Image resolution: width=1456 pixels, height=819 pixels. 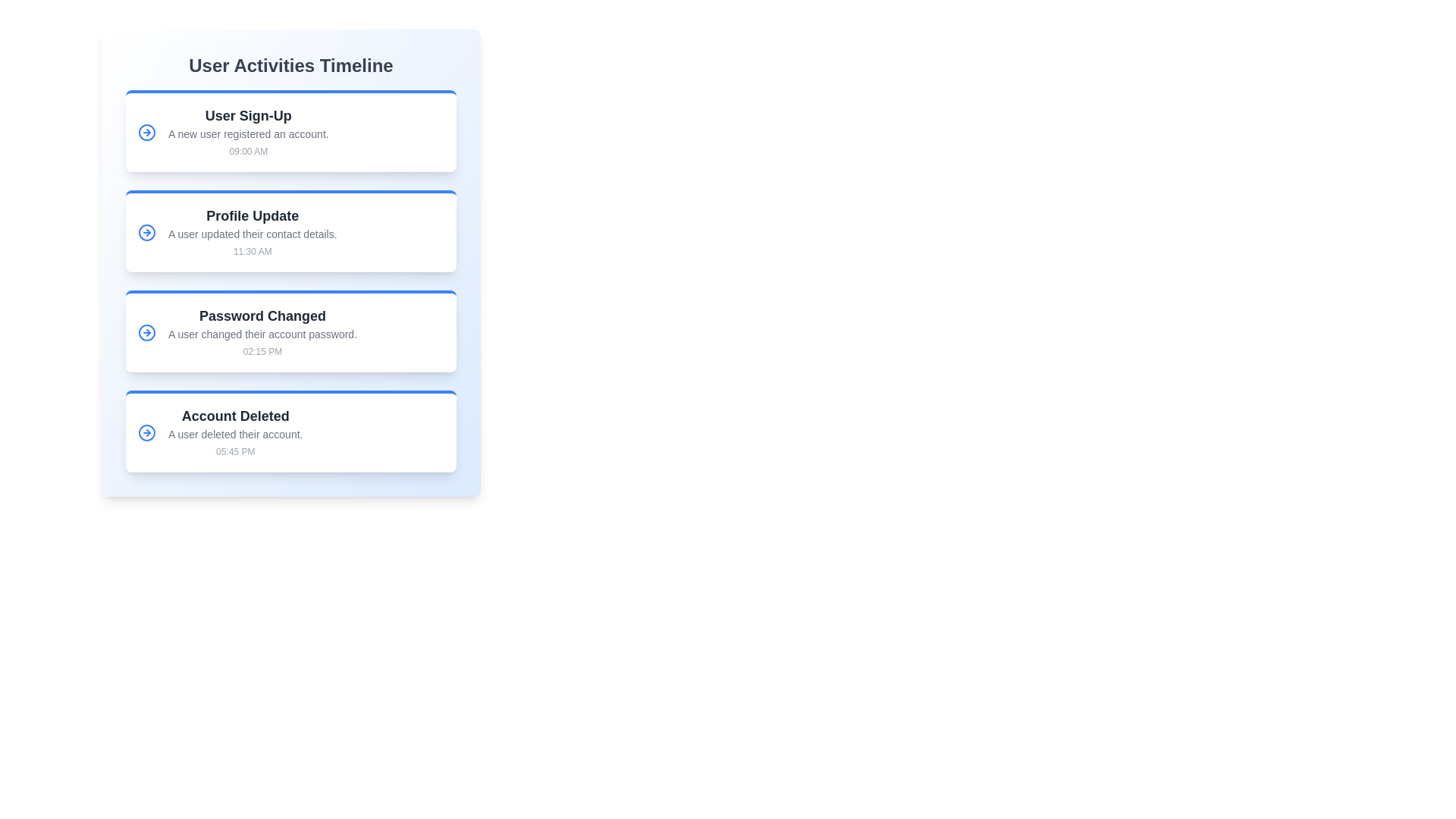 What do you see at coordinates (291, 431) in the screenshot?
I see `text content of the Notification card that notifies the user of the event 'Account Deleted', which is the last card in the notification list` at bounding box center [291, 431].